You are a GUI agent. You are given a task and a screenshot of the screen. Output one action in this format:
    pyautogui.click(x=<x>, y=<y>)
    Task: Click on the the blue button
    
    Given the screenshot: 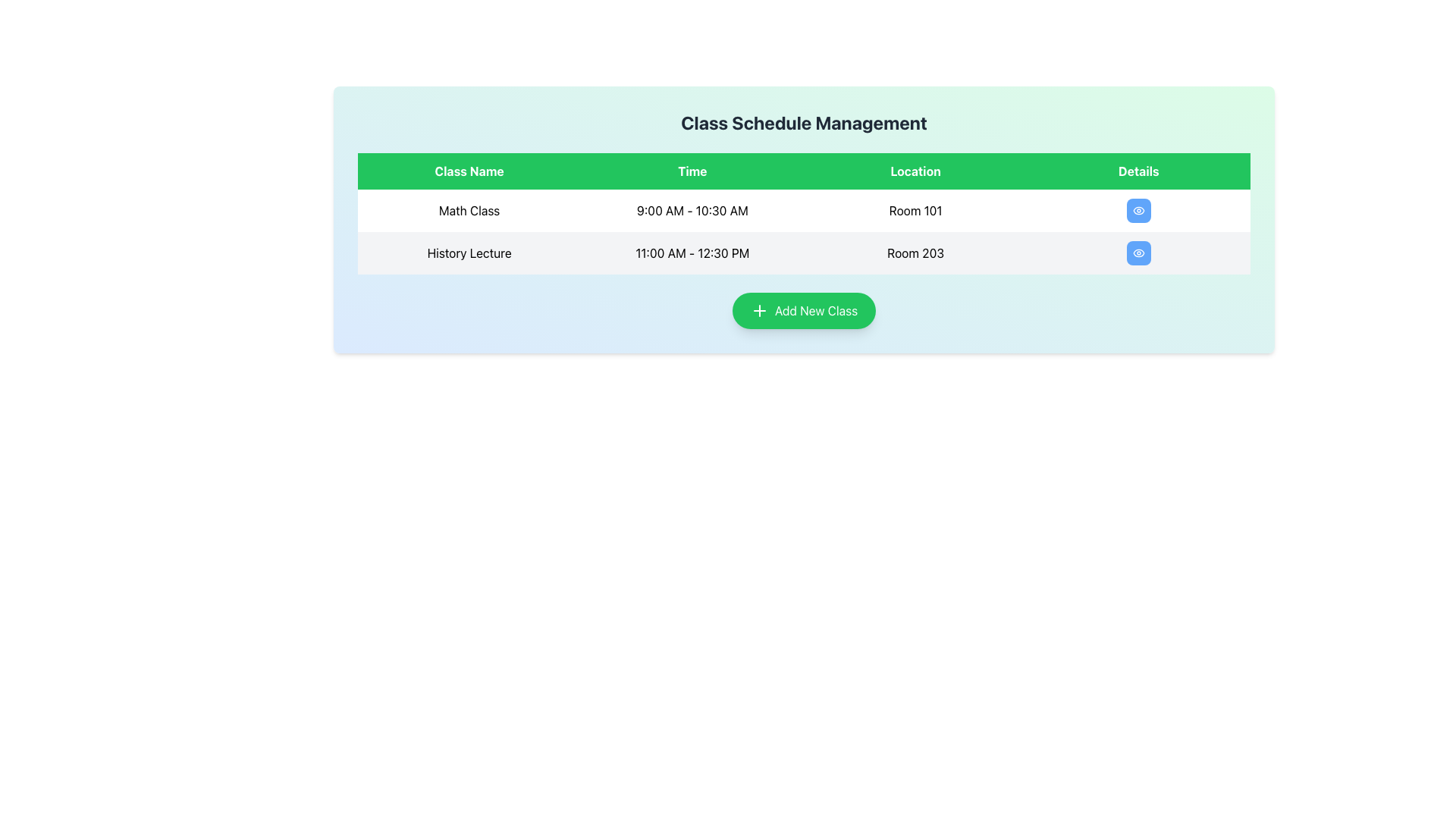 What is the action you would take?
    pyautogui.click(x=1138, y=210)
    